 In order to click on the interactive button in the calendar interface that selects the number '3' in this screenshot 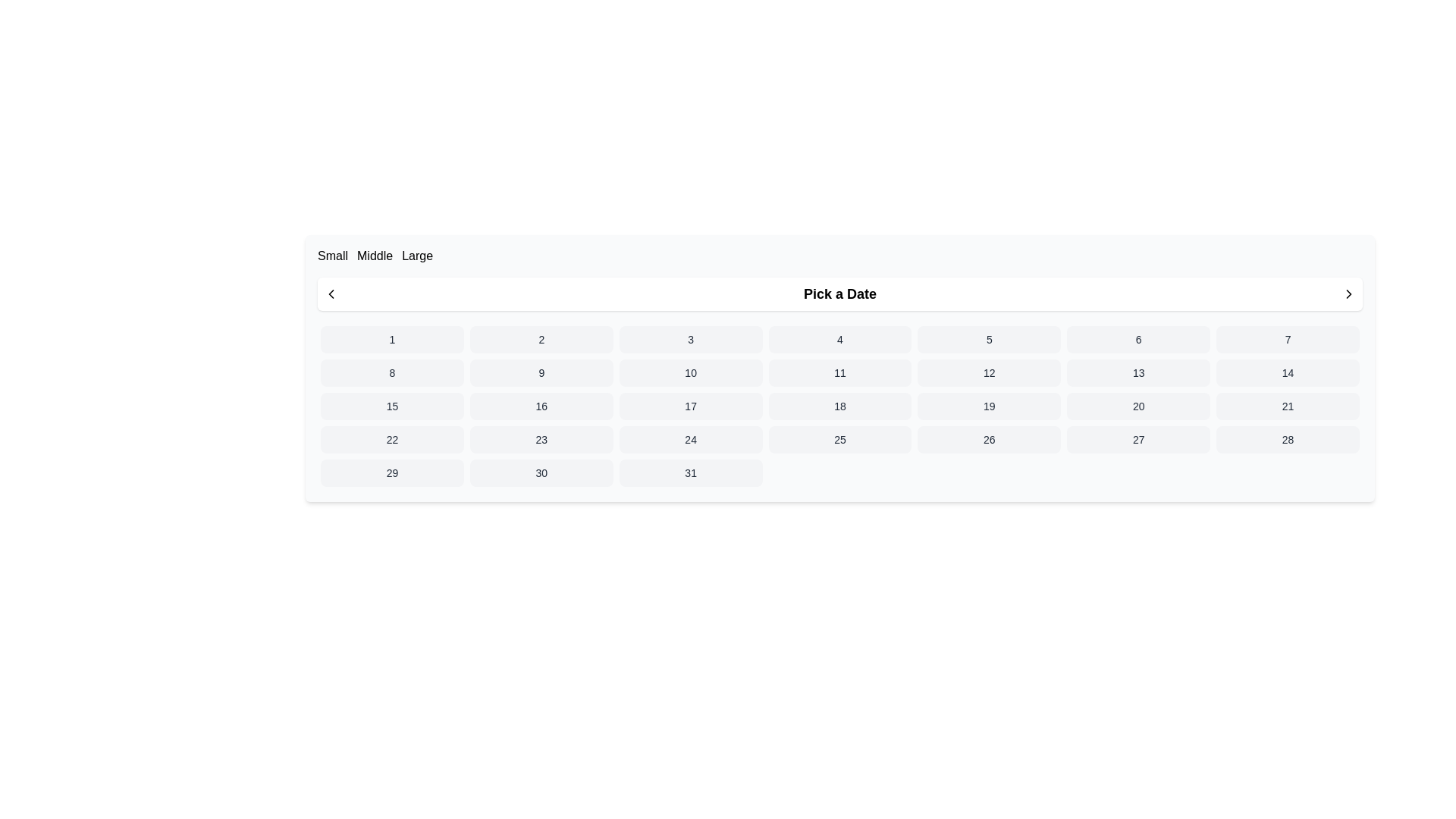, I will do `click(690, 338)`.